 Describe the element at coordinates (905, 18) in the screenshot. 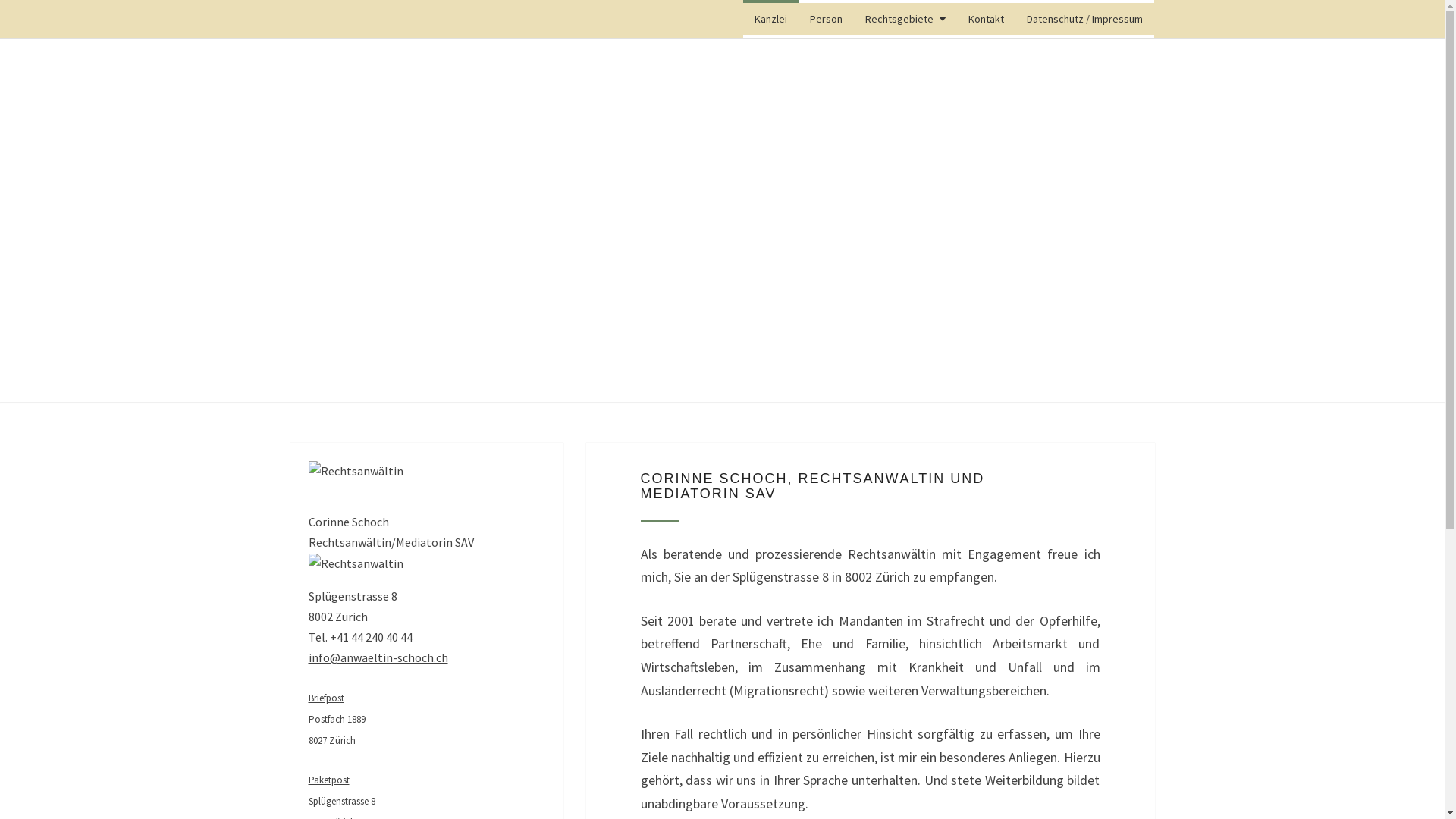

I see `'Rechtsgebiete'` at that location.